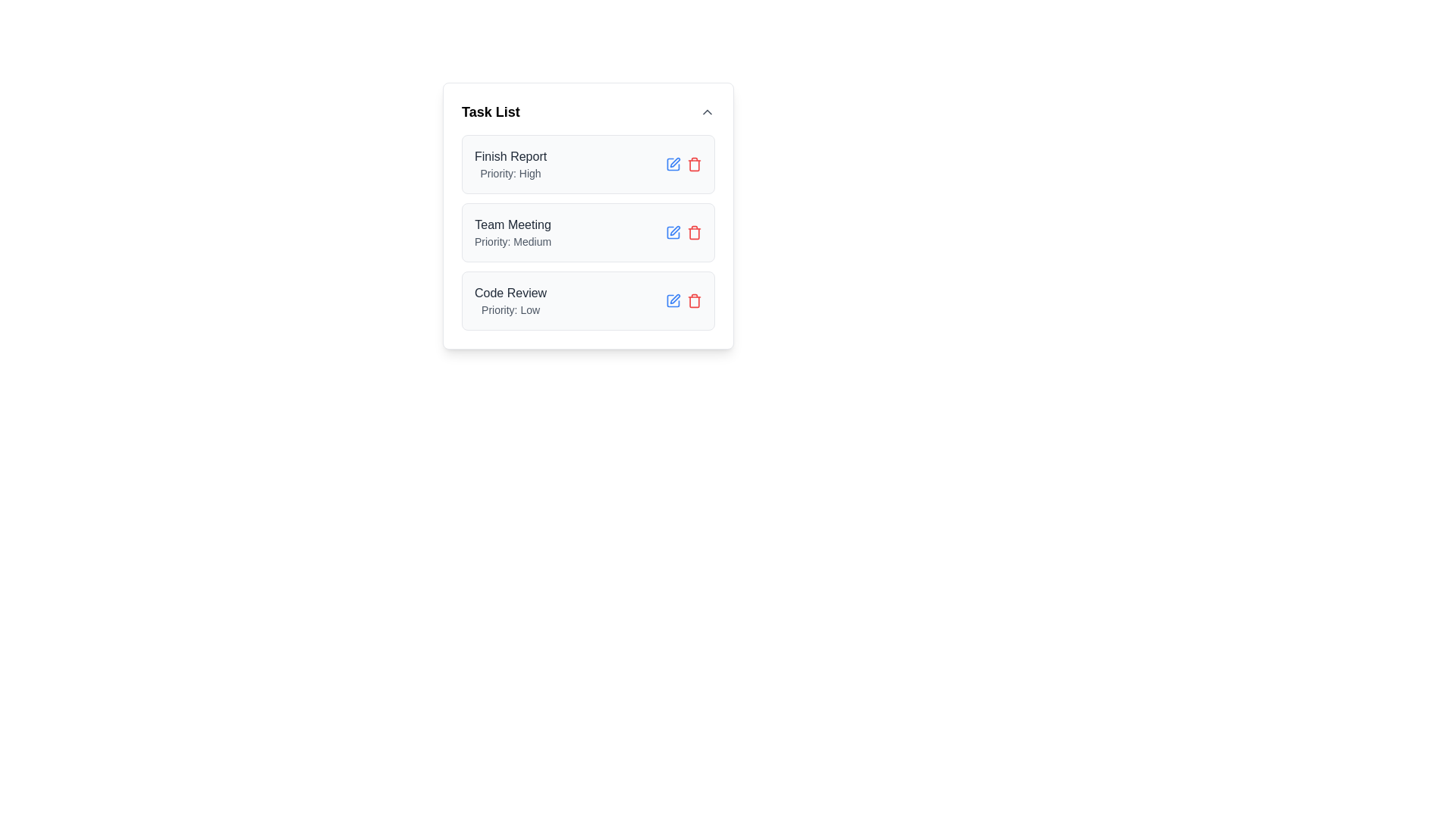 This screenshot has width=1456, height=819. What do you see at coordinates (513, 233) in the screenshot?
I see `the Text Block displaying the task title 'Team Meeting' with priority level 'Medium', located in the second task item of the task list` at bounding box center [513, 233].